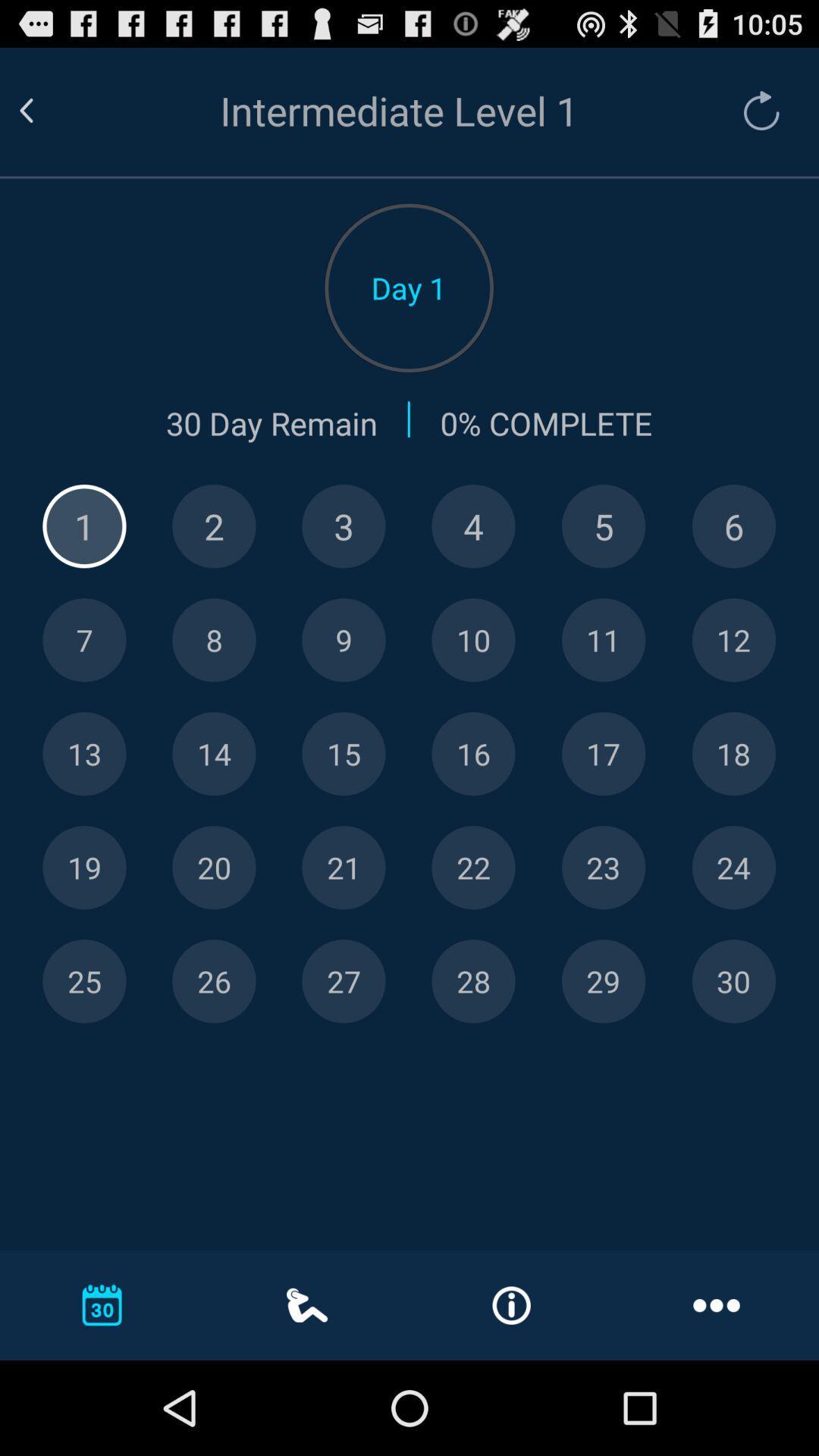 The height and width of the screenshot is (1456, 819). Describe the element at coordinates (84, 526) in the screenshot. I see `show details of day` at that location.